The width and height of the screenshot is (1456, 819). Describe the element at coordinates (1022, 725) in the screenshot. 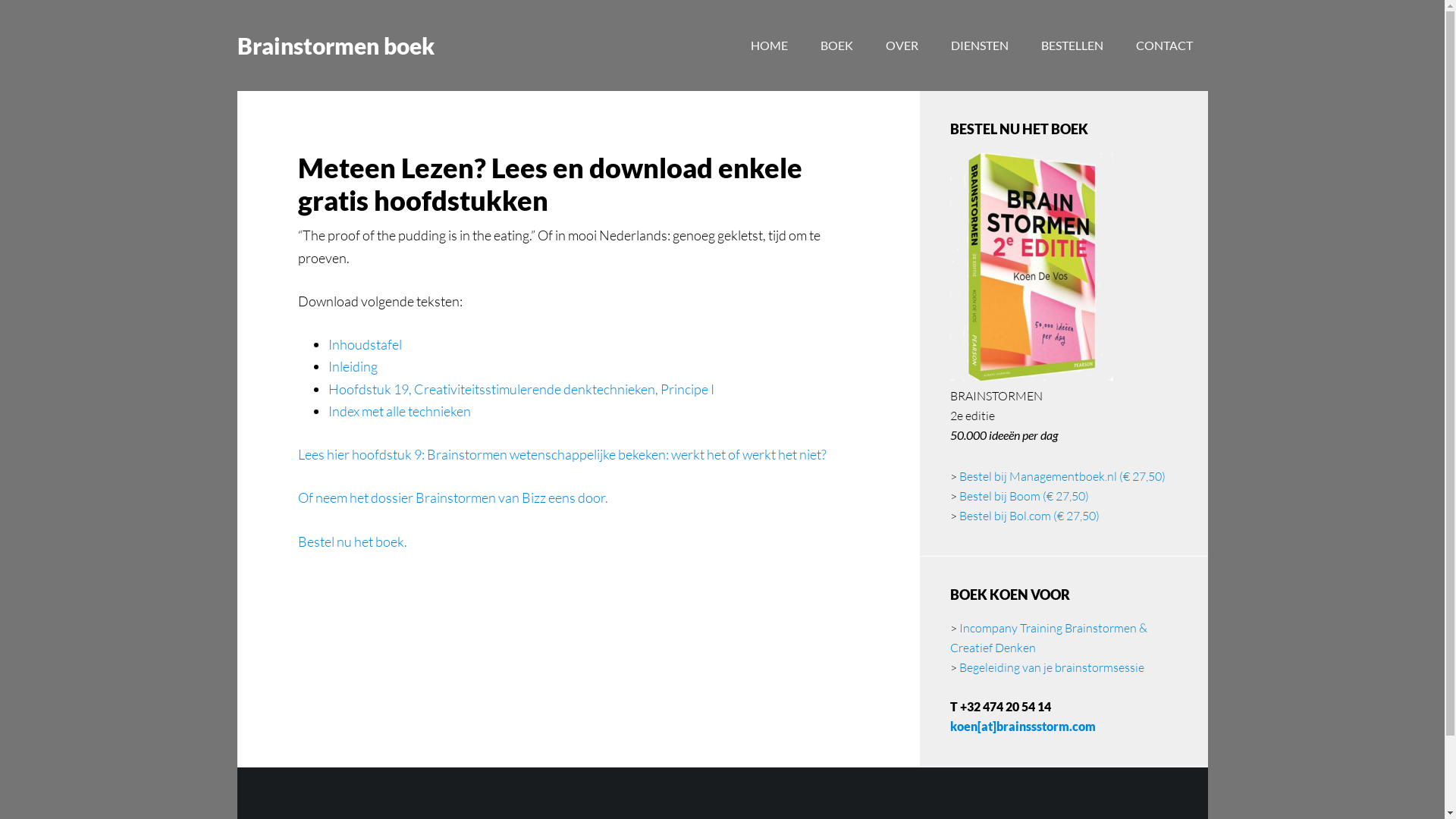

I see `'koen[at]brainssstorm.com'` at that location.